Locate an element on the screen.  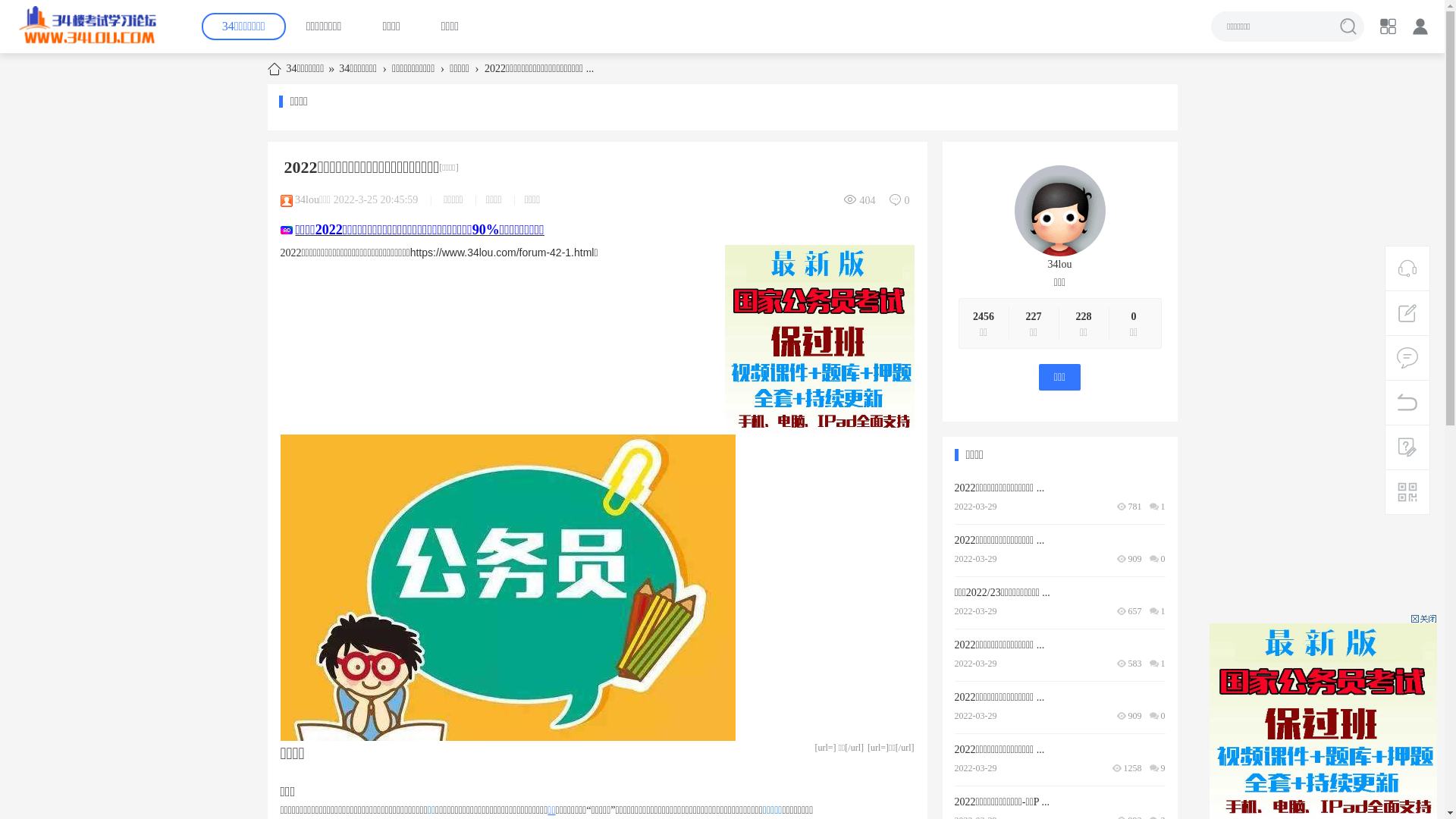
'228' is located at coordinates (1074, 315).